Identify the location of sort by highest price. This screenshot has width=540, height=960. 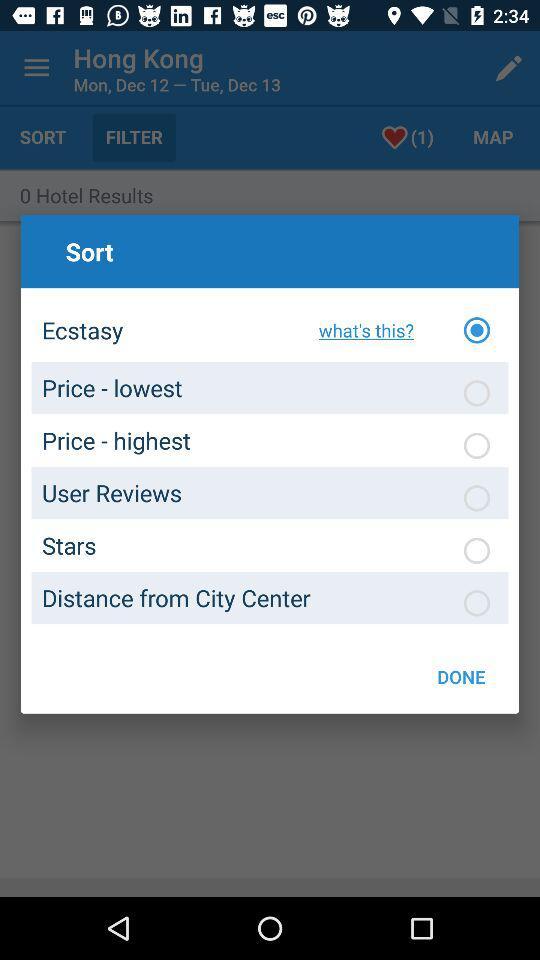
(475, 445).